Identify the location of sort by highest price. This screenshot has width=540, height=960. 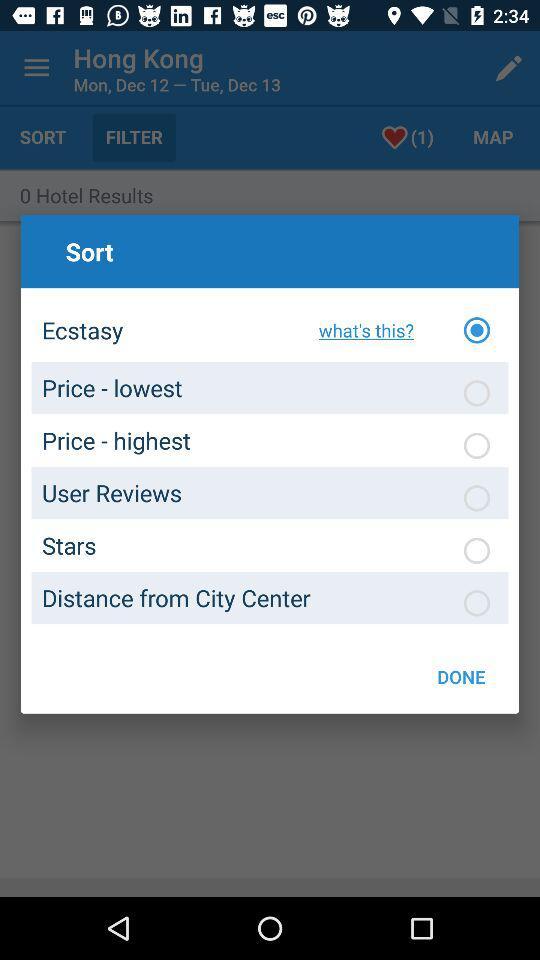
(475, 445).